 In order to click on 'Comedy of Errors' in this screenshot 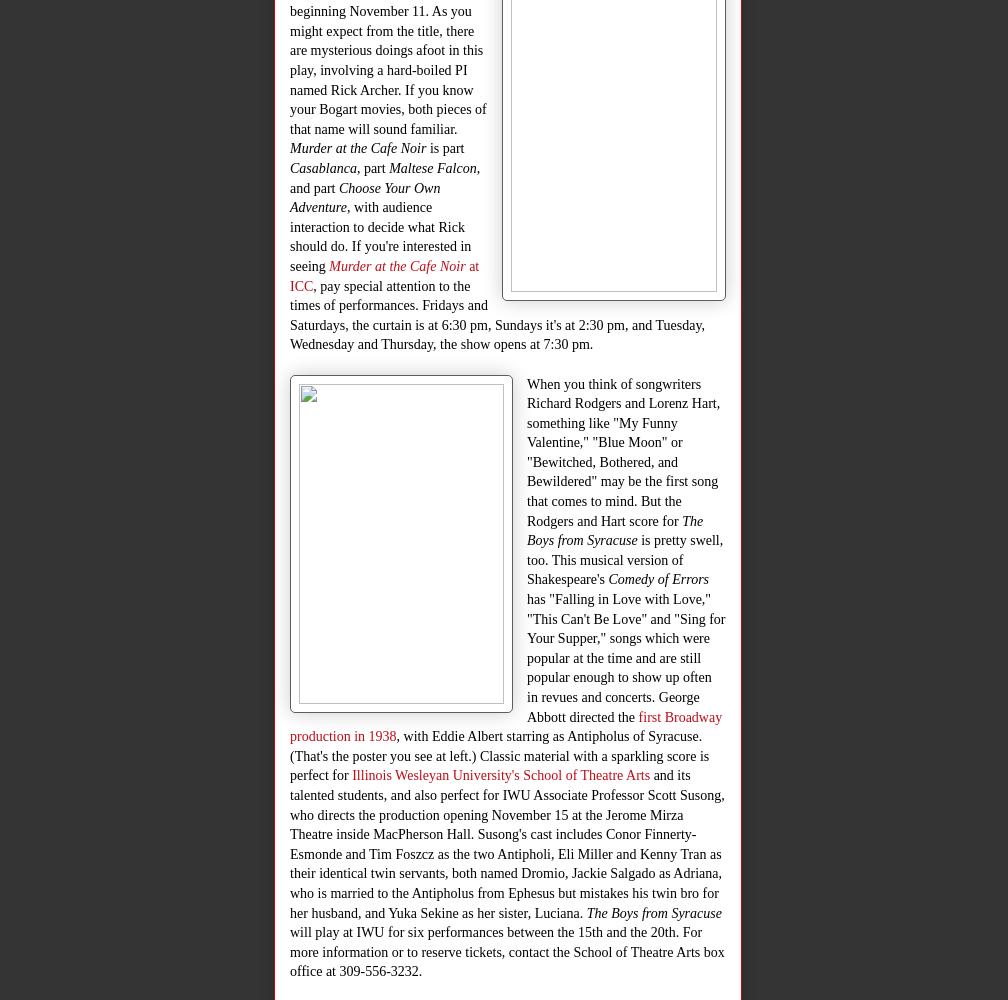, I will do `click(658, 578)`.